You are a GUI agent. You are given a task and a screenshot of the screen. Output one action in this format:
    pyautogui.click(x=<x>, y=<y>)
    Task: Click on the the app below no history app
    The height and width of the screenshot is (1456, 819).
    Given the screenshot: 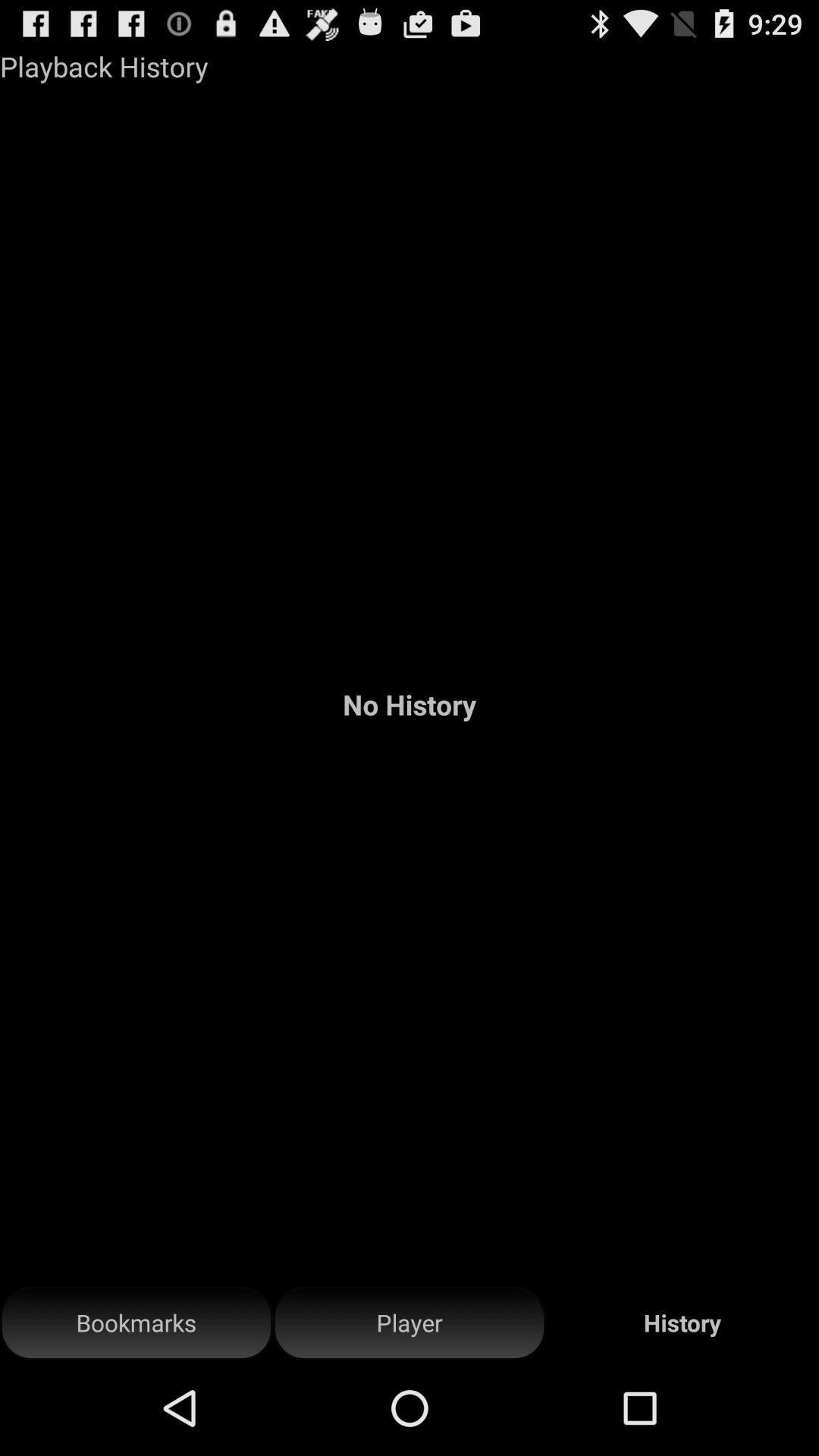 What is the action you would take?
    pyautogui.click(x=409, y=1323)
    